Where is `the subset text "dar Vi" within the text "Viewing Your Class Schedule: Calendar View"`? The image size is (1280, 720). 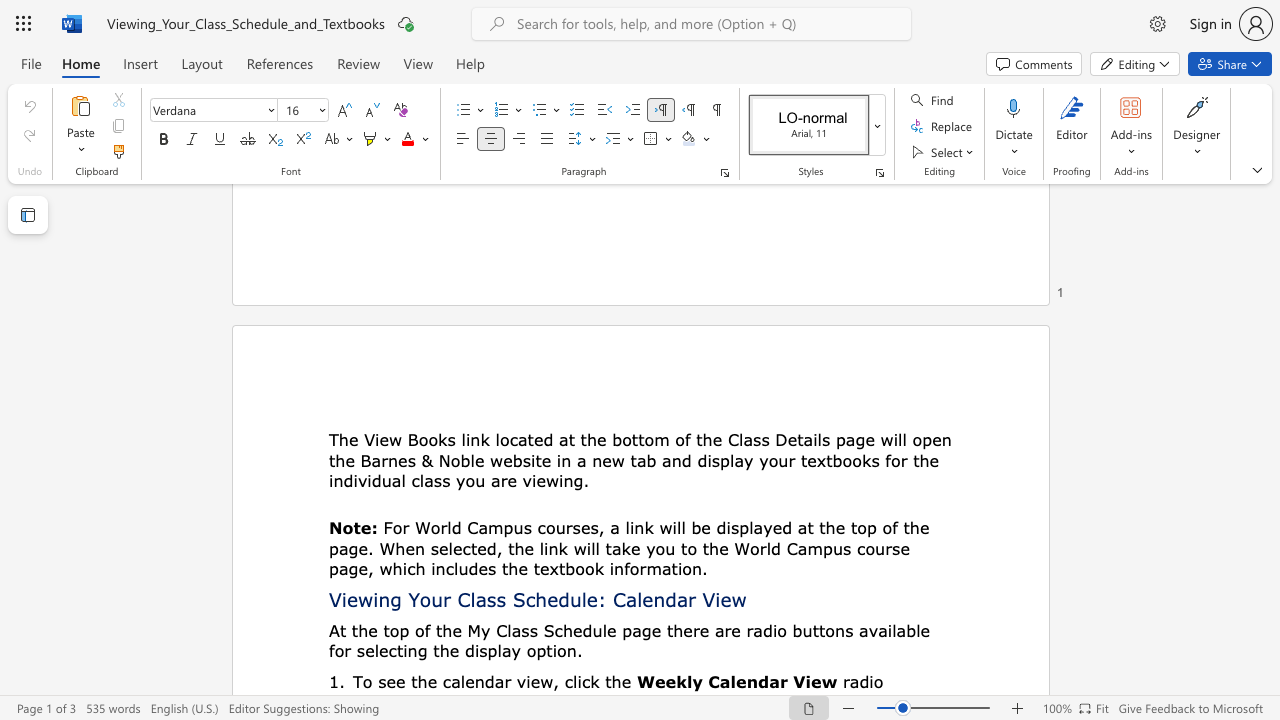
the subset text "dar Vi" within the text "Viewing Your Class Schedule: Calendar View" is located at coordinates (665, 598).